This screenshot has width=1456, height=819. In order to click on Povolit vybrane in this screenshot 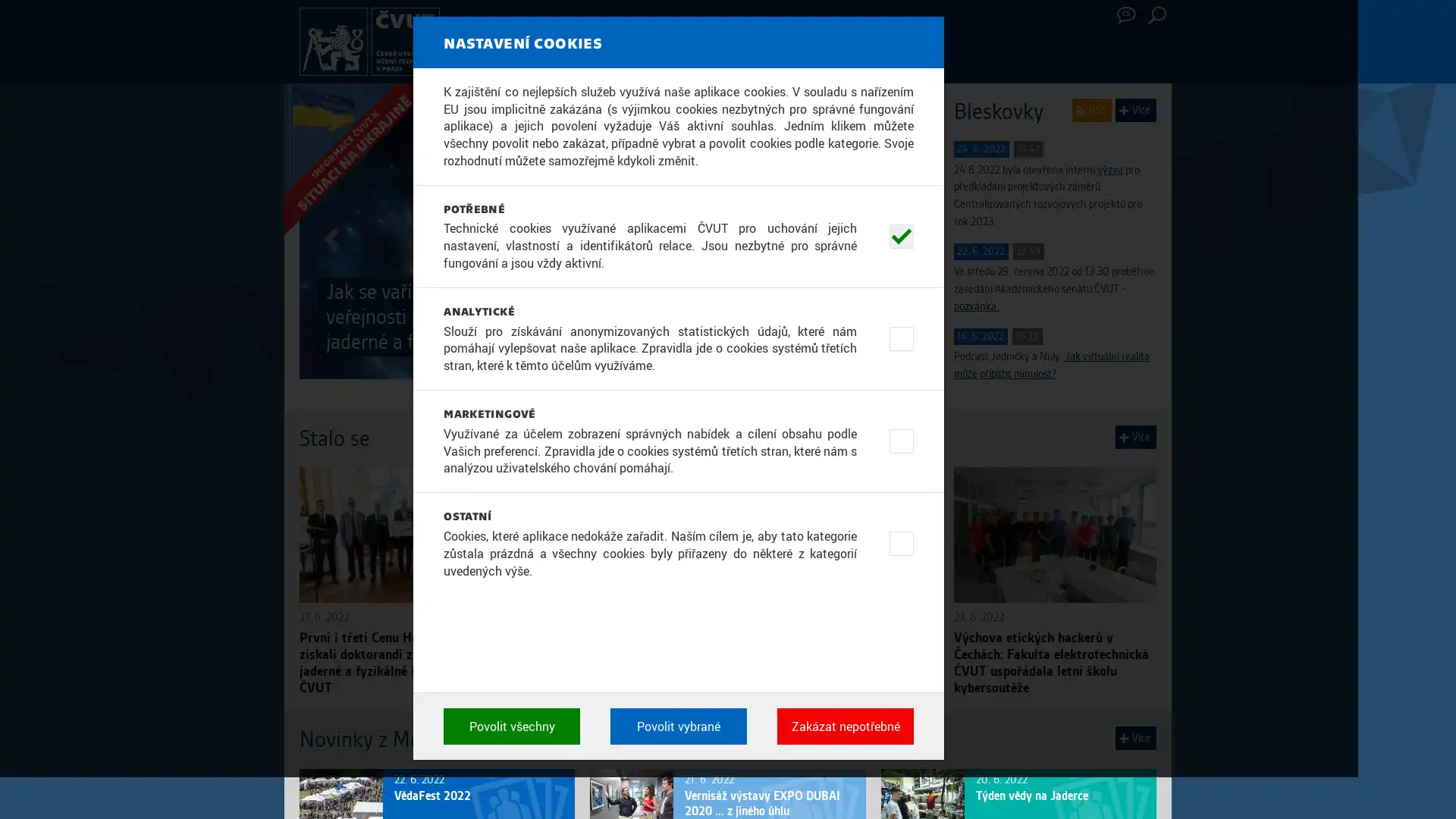, I will do `click(728, 747)`.